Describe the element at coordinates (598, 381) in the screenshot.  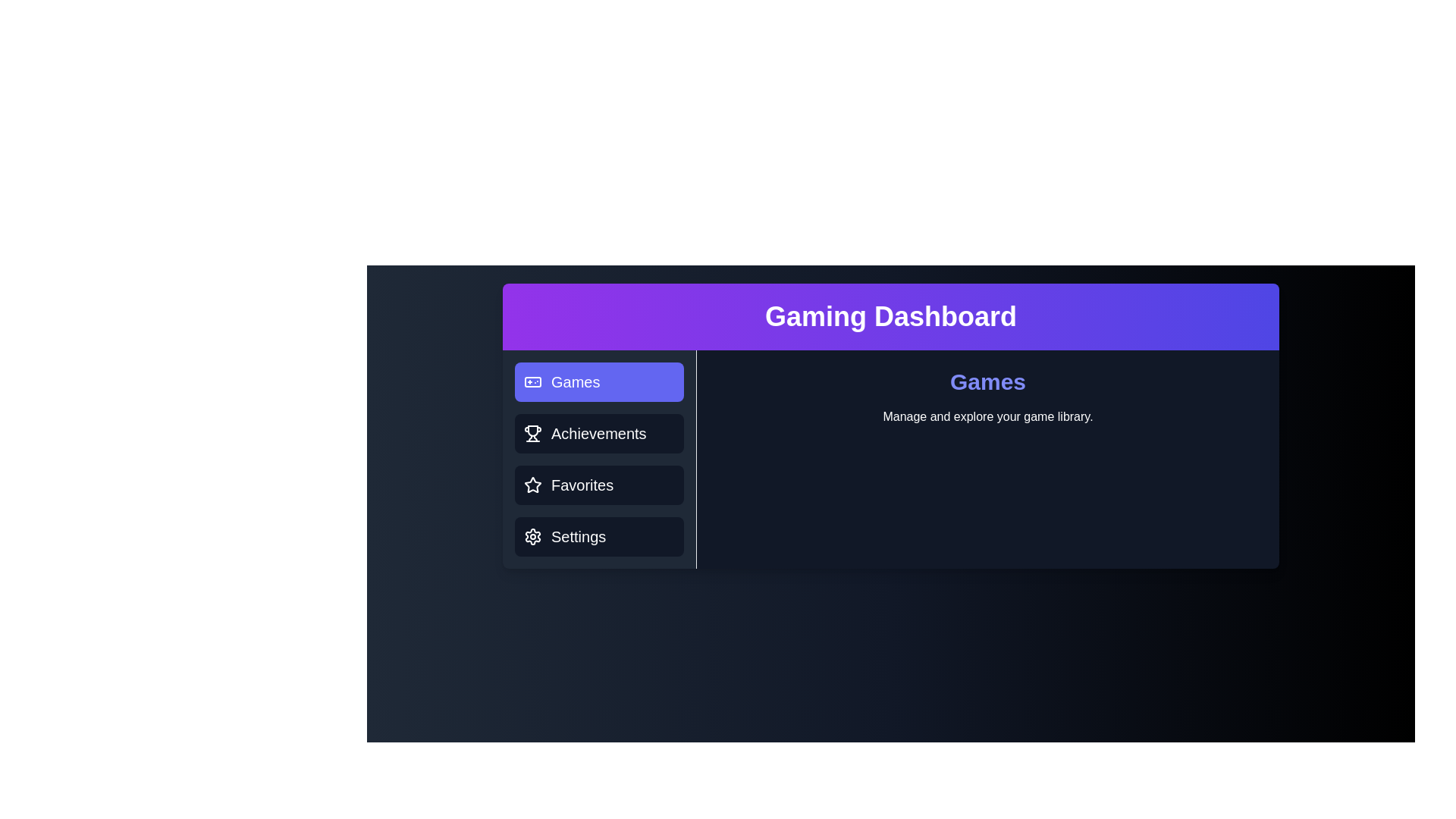
I see `the Games tab to switch the active view` at that location.